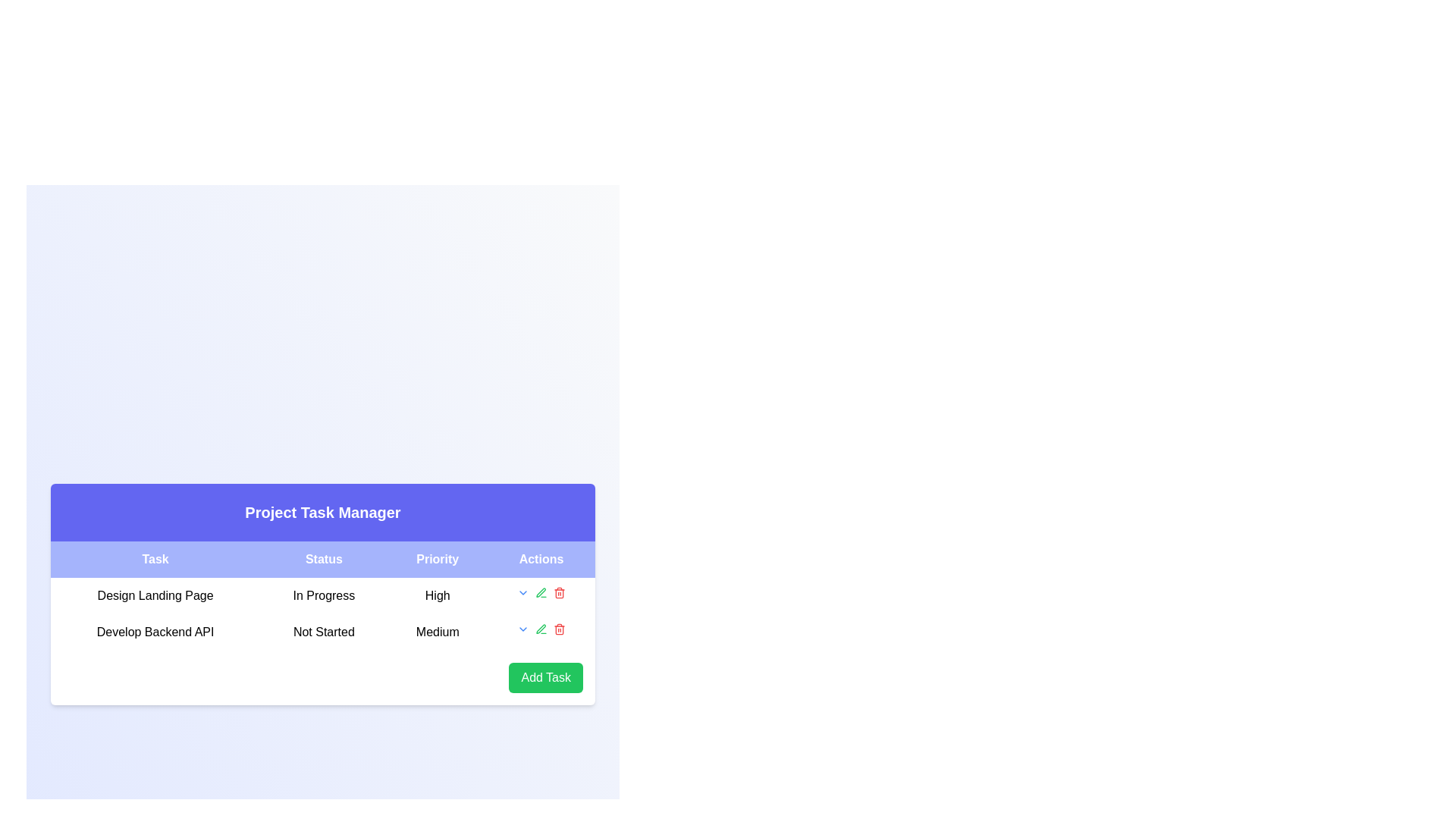 Image resolution: width=1456 pixels, height=819 pixels. What do you see at coordinates (323, 595) in the screenshot?
I see `the status indicator text label for the task 'Design Landing Page', which shows the current progress as 'In Progress'` at bounding box center [323, 595].